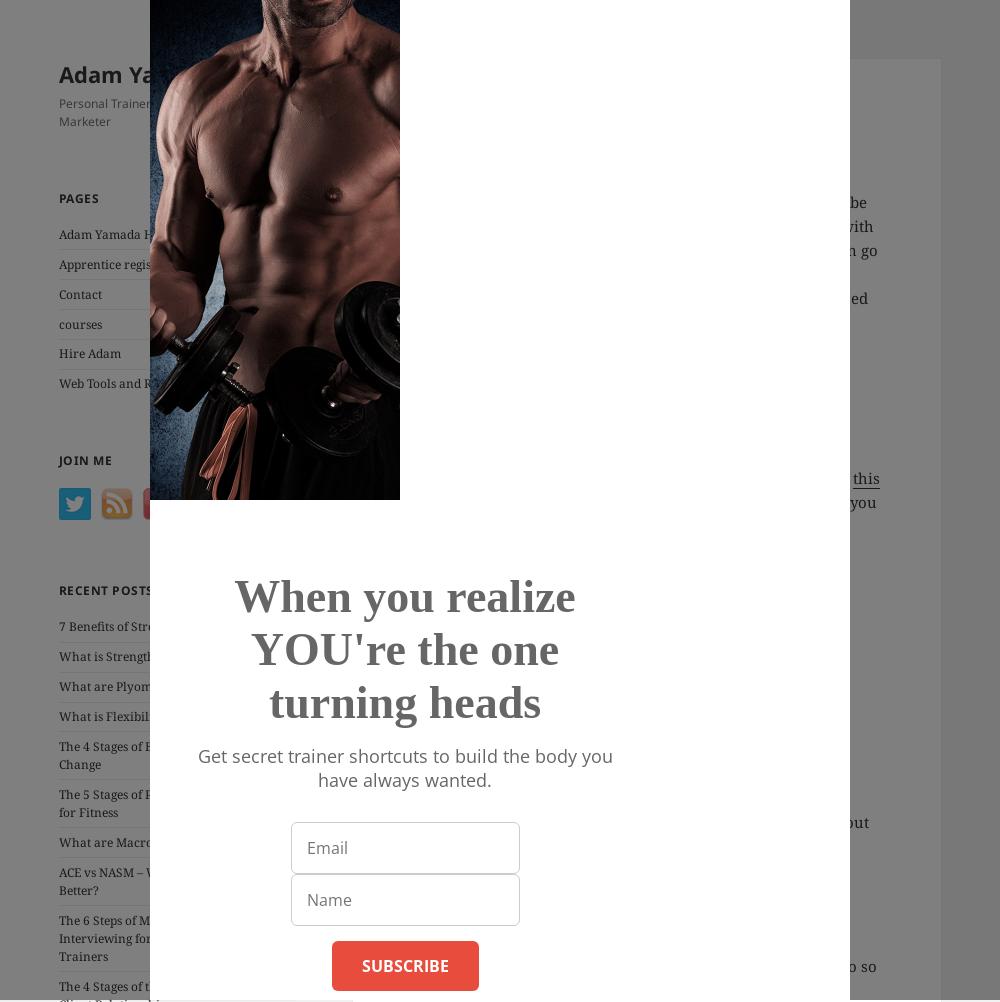 This screenshot has height=1002, width=1000. What do you see at coordinates (78, 322) in the screenshot?
I see `'courses'` at bounding box center [78, 322].